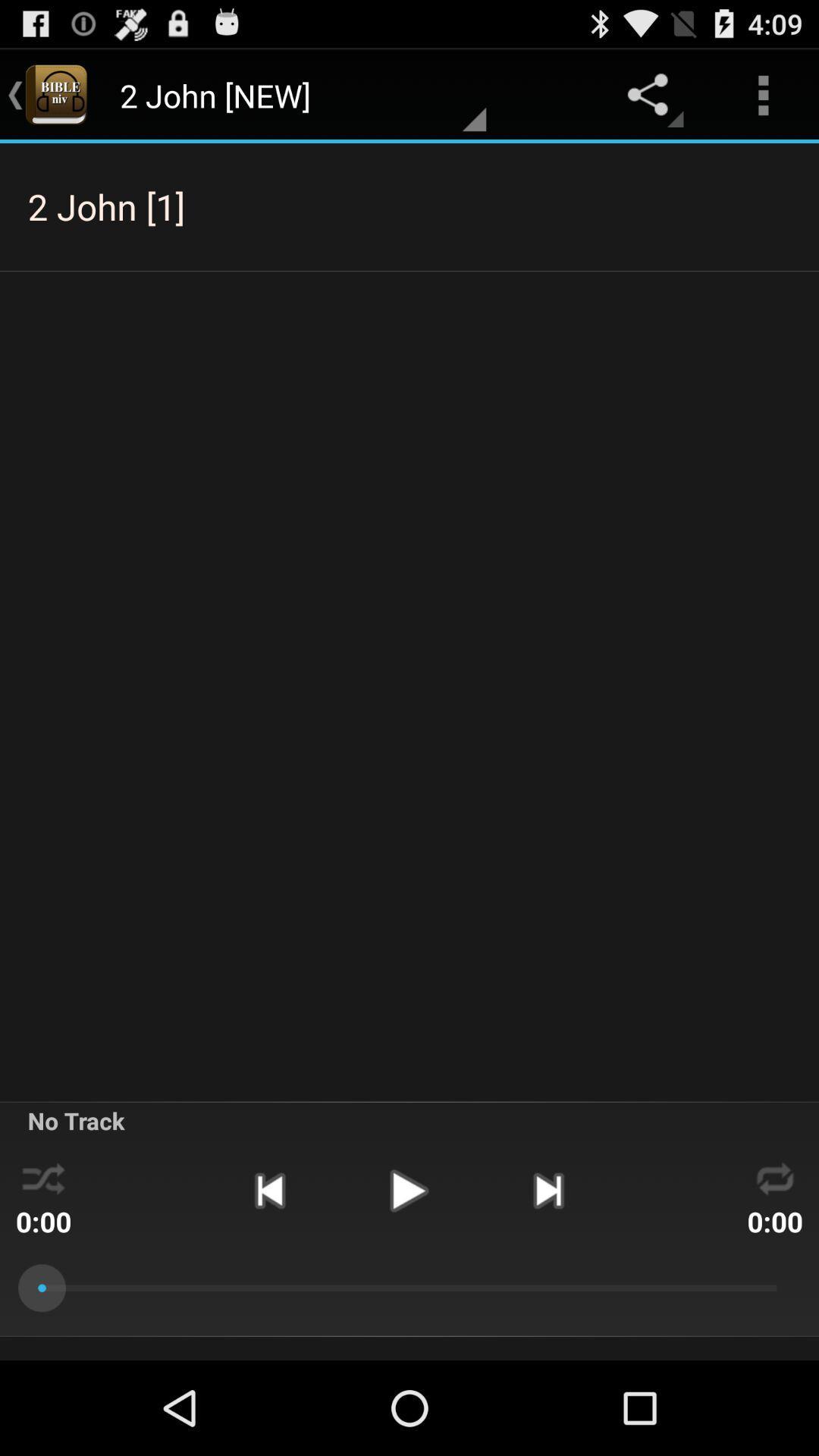 This screenshot has width=819, height=1456. I want to click on the skip_next icon, so click(548, 1274).